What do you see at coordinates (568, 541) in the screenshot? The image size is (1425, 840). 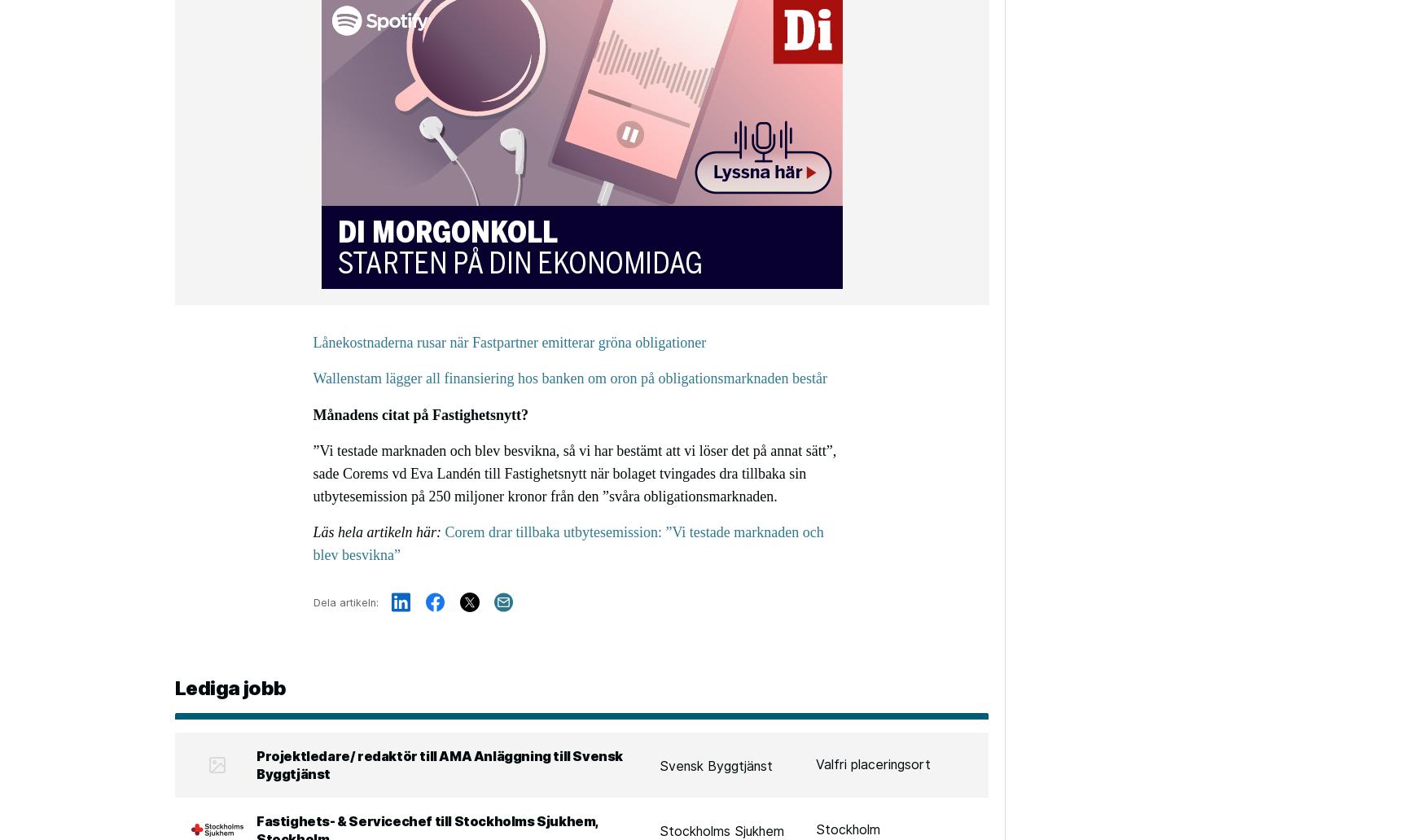 I see `'Corem drar tillbaka utbytesemission: ”Vi testade marknaden och blev besvikna”'` at bounding box center [568, 541].